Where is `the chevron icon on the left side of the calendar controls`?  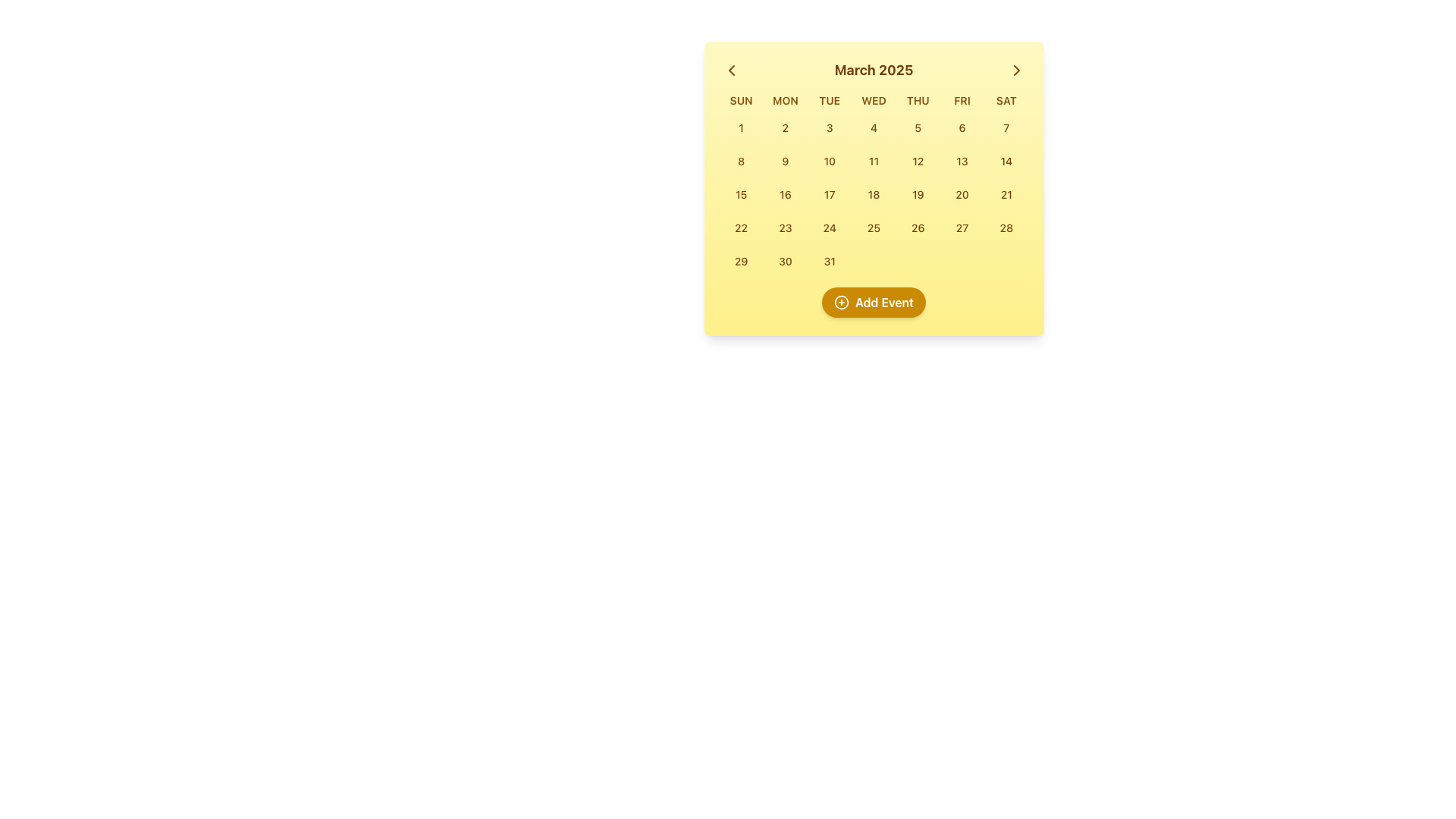
the chevron icon on the left side of the calendar controls is located at coordinates (731, 70).